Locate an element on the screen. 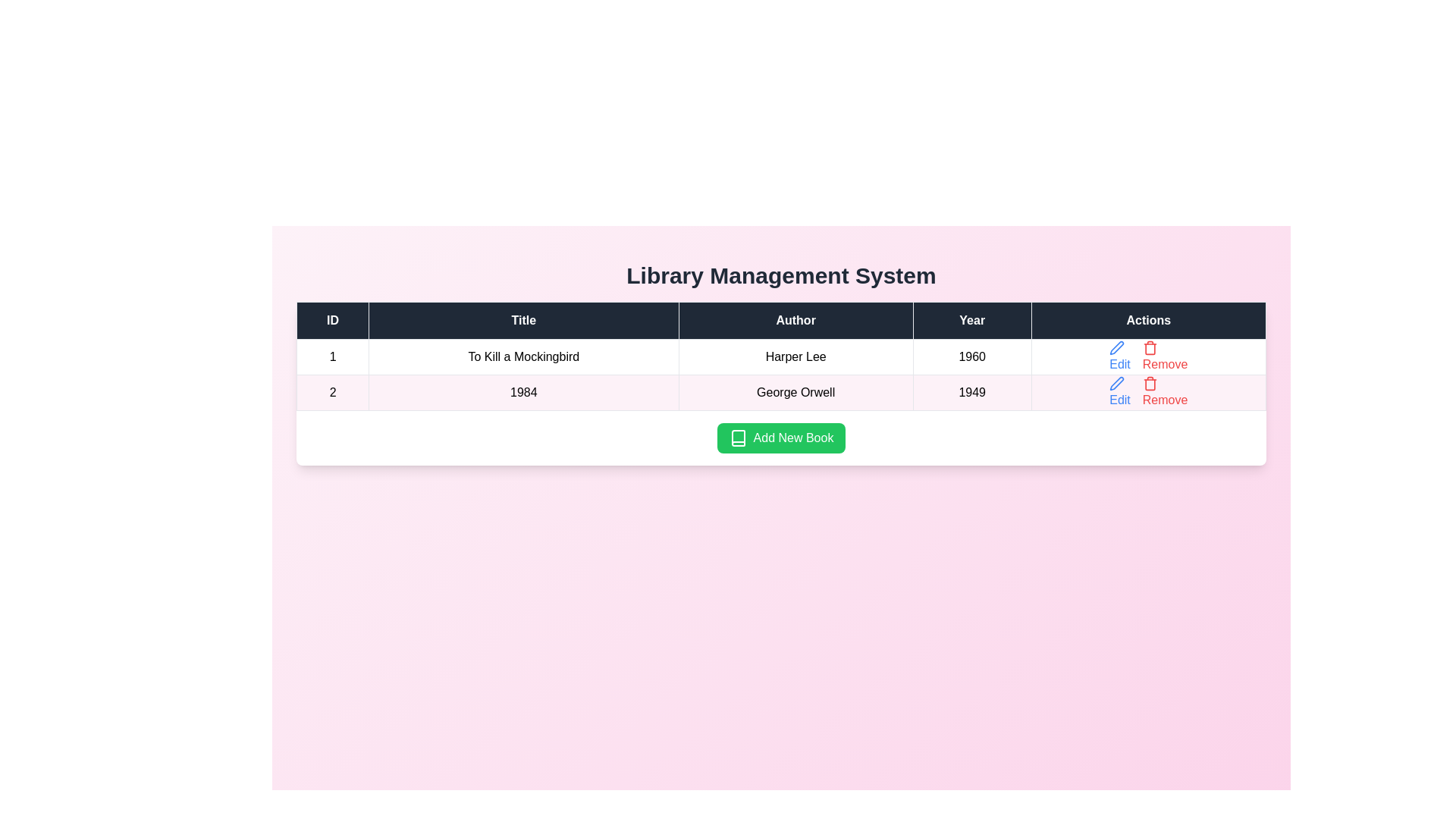 Image resolution: width=1456 pixels, height=819 pixels. the edit button located under the 'Actions' column of the second row in the table is located at coordinates (1120, 356).